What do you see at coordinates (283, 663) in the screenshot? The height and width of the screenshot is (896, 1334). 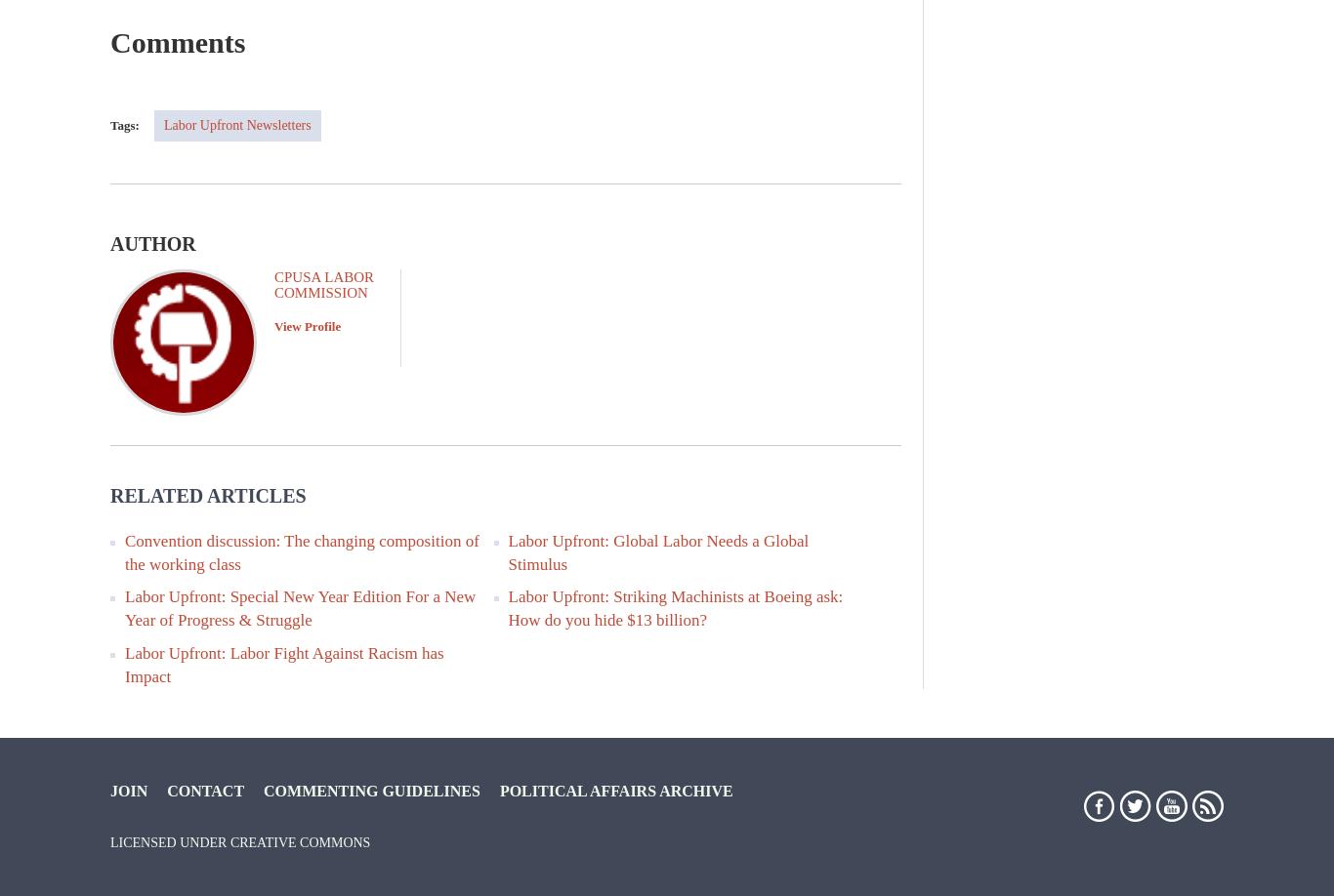 I see `'Labor Upfront: Labor Fight Against Racism has Impact'` at bounding box center [283, 663].